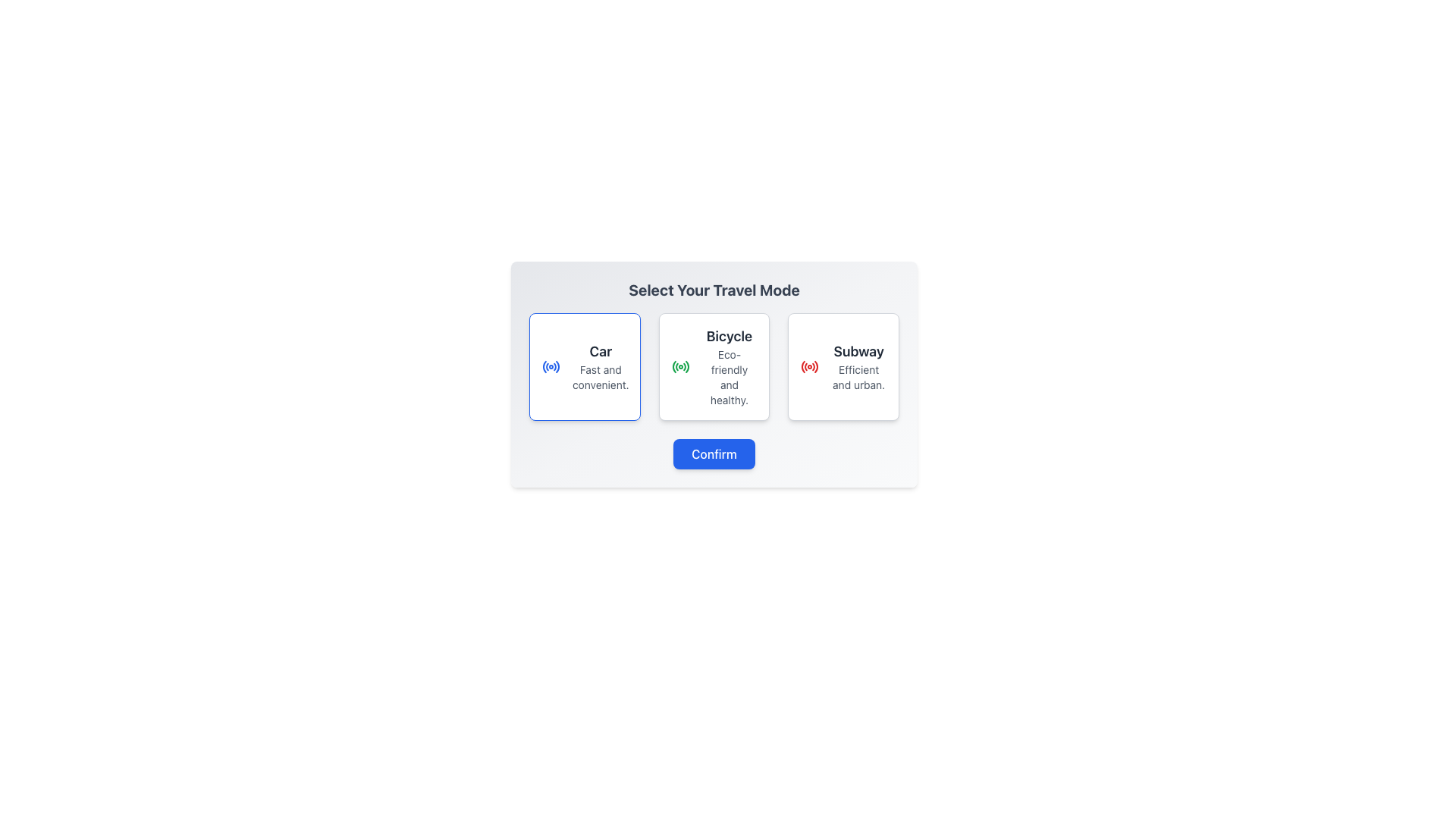  I want to click on the content of the horizontal grid layout containing the travel mode options (Car, Bicycle, Subway) located below the 'Select Your Travel Mode' title, so click(713, 366).